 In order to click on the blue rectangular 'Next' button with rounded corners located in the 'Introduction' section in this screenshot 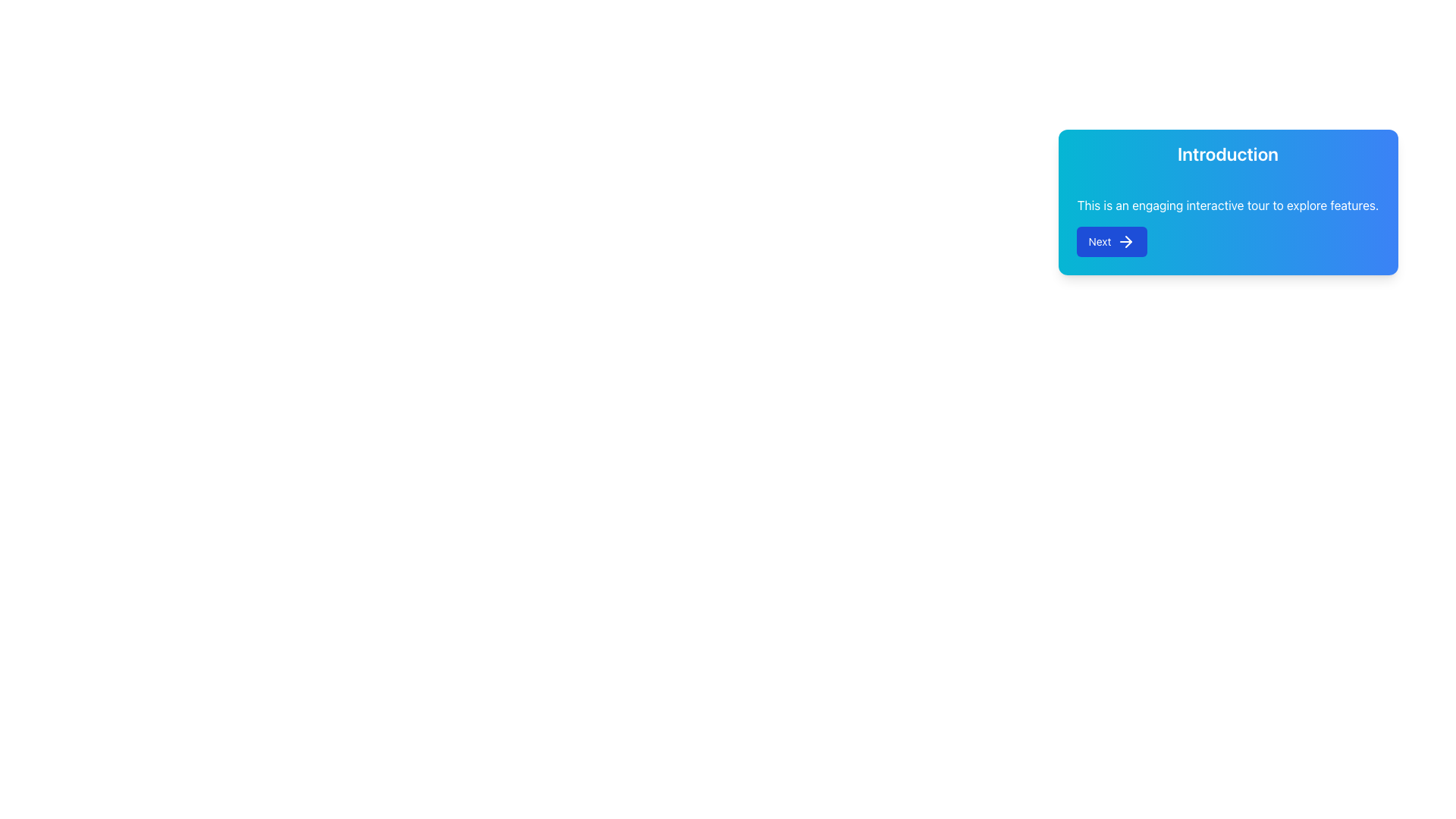, I will do `click(1112, 241)`.